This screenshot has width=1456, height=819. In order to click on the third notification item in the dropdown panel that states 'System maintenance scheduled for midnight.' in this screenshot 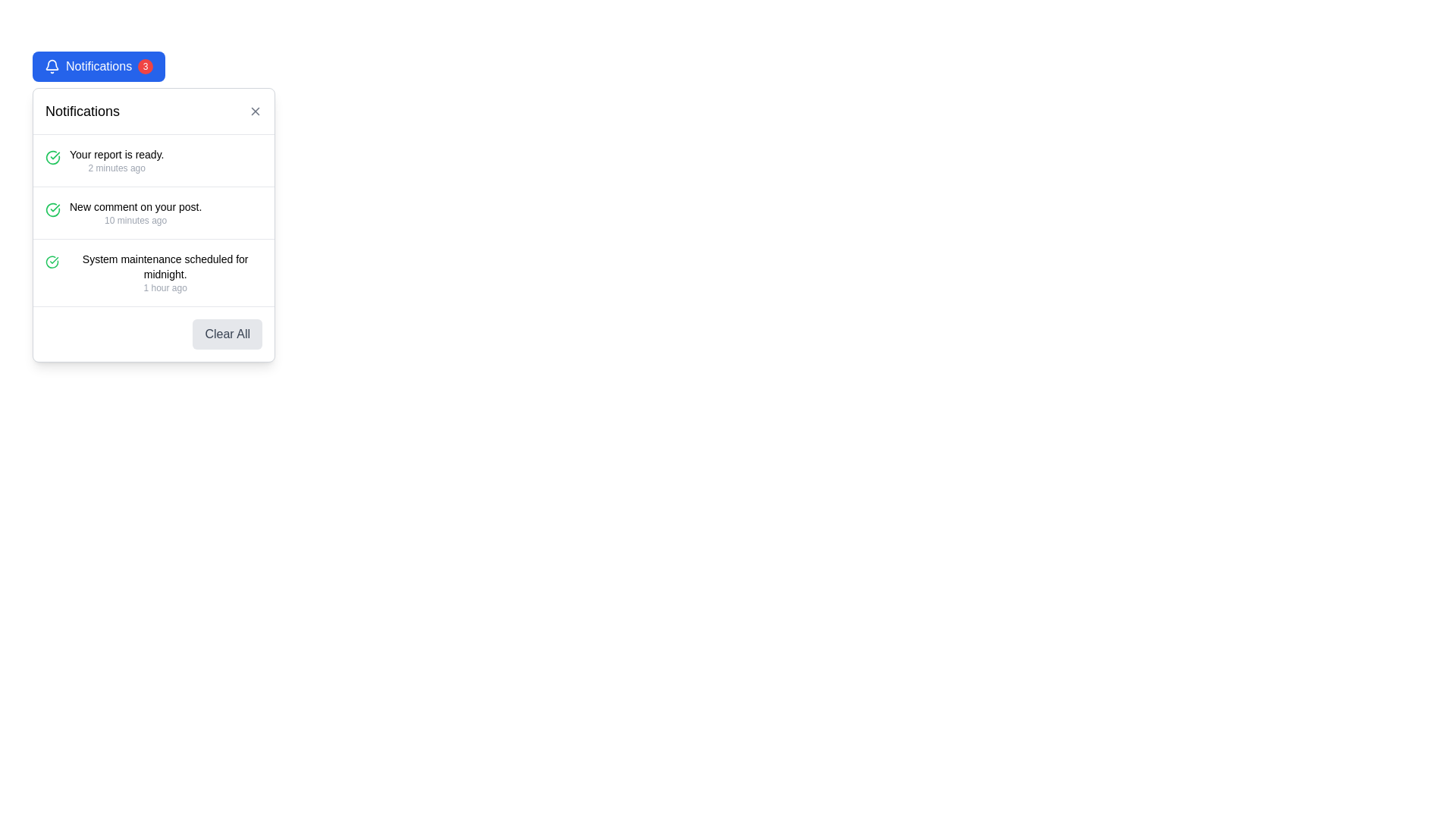, I will do `click(153, 271)`.